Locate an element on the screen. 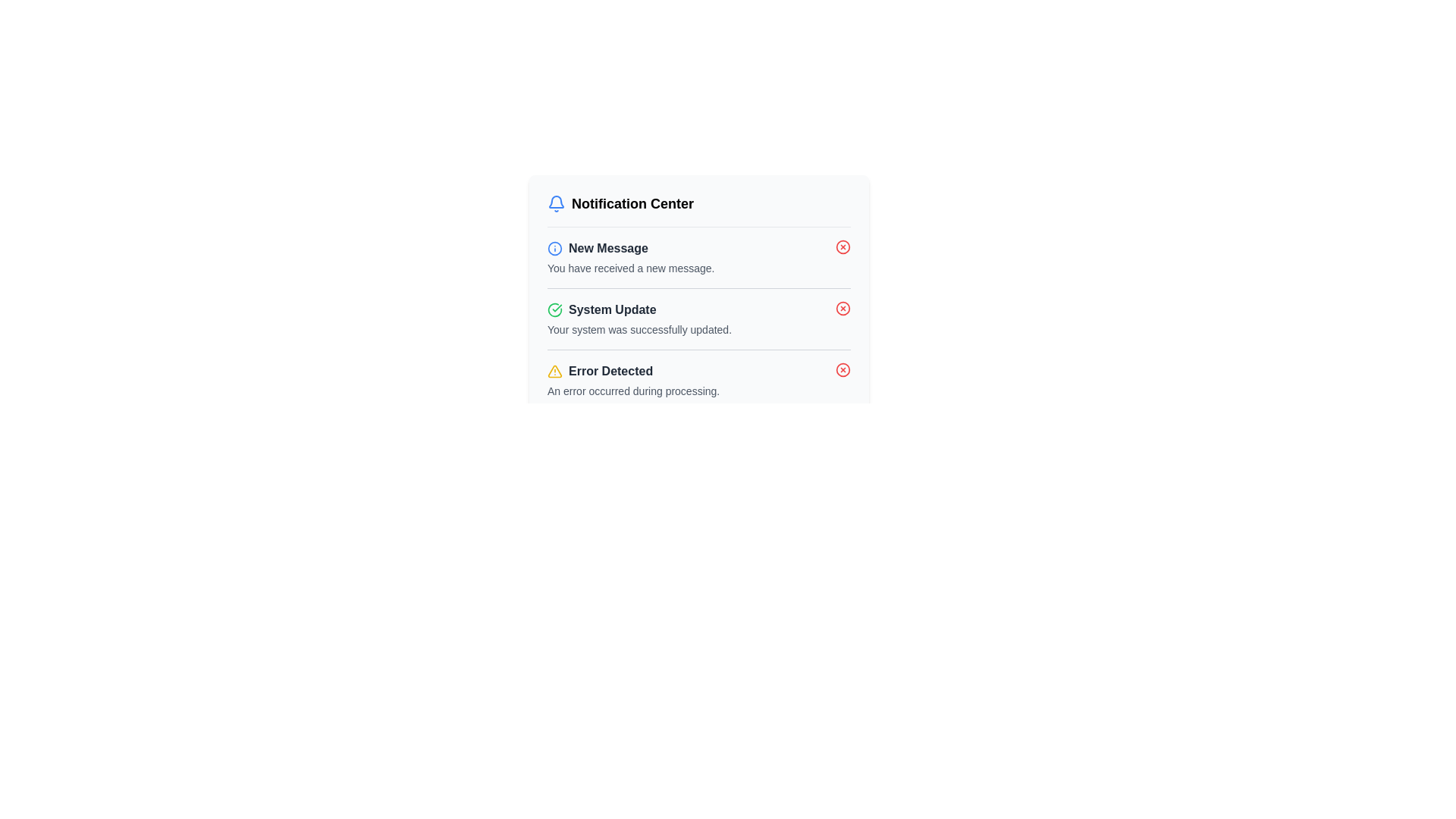  the Card Section that displays system update notifications, located centrally within the Notification Center, specifically the third section between 'New Message' and 'Error Detected' is located at coordinates (698, 302).